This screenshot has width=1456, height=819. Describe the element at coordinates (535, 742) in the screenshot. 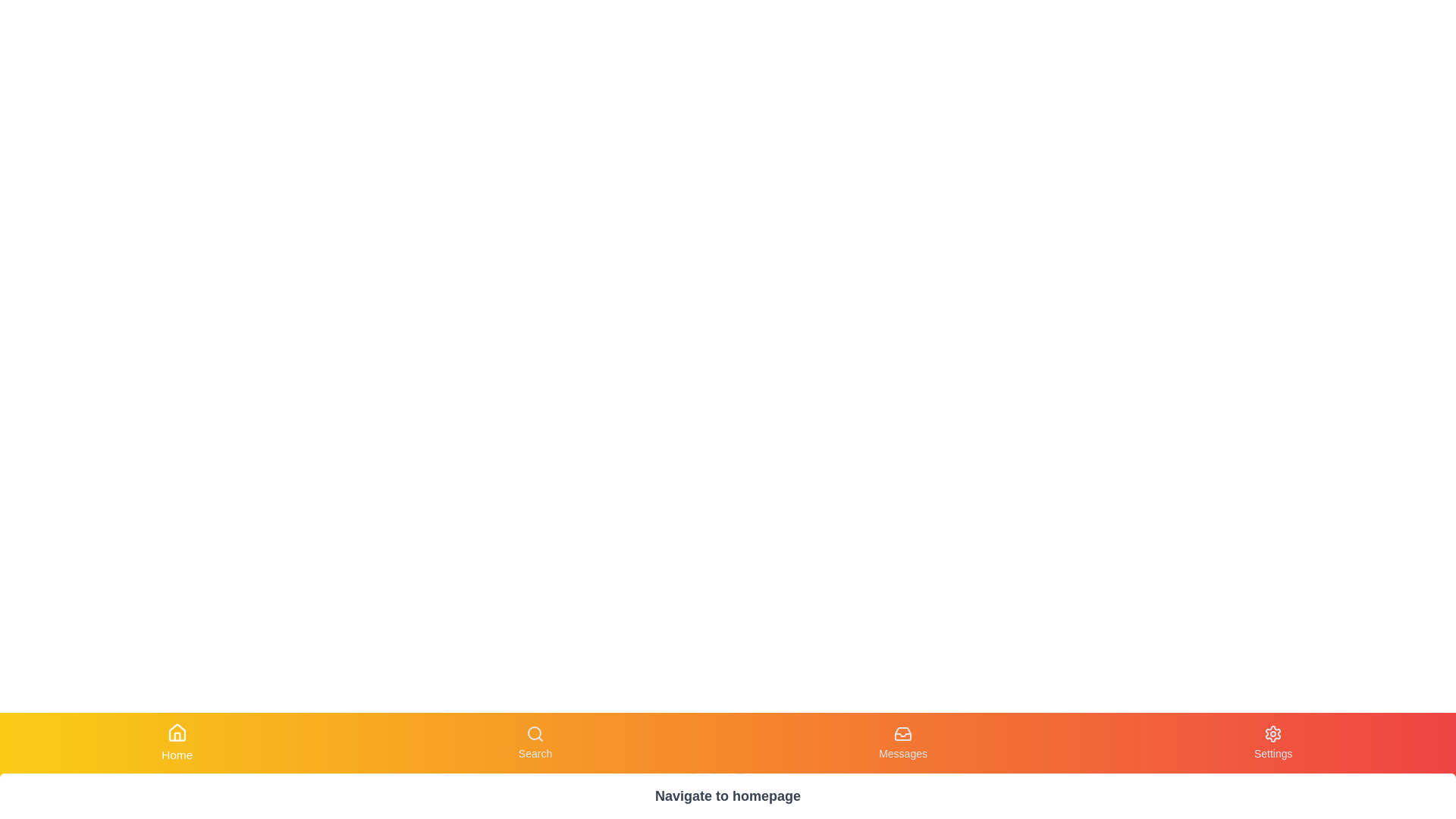

I see `the Search tab in the navigation bar` at that location.